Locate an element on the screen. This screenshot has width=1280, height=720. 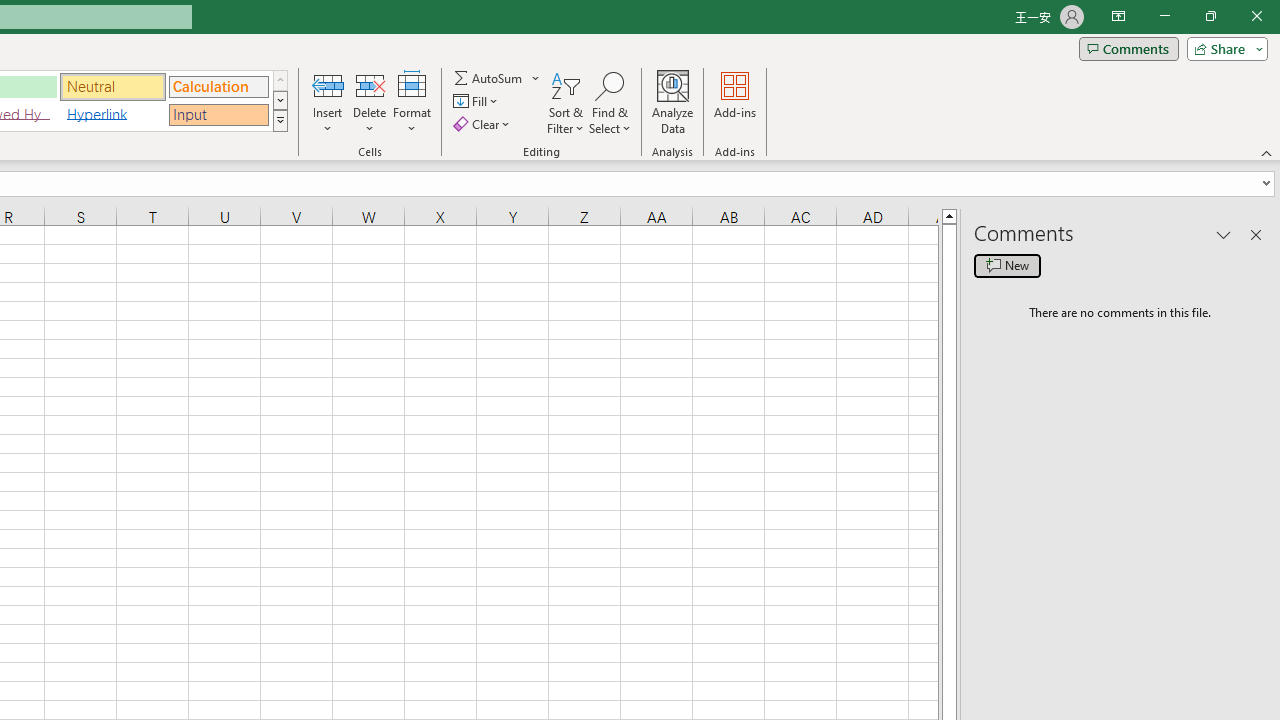
'Share' is located at coordinates (1222, 47).